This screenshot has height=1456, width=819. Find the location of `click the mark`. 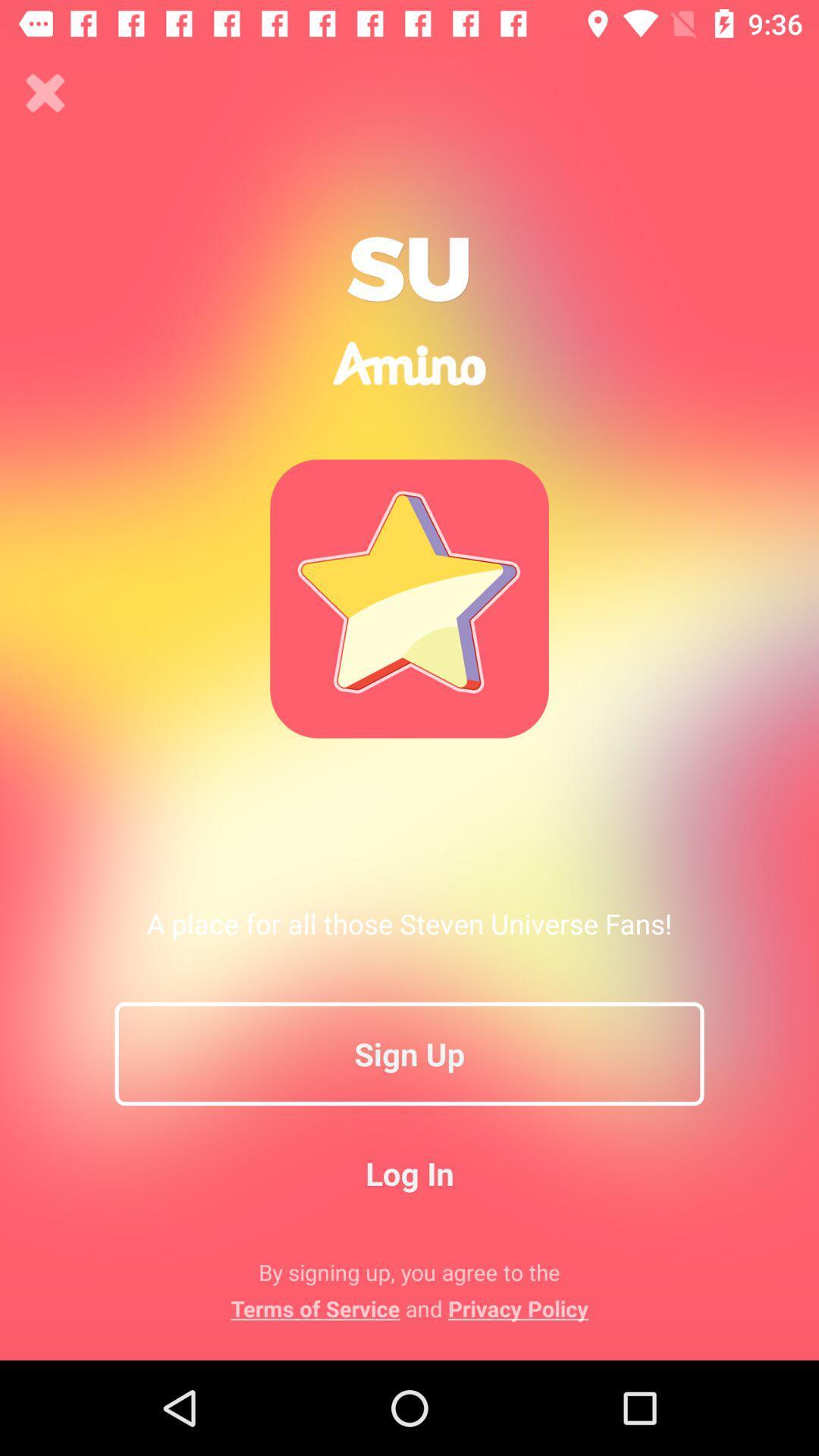

click the mark is located at coordinates (45, 93).